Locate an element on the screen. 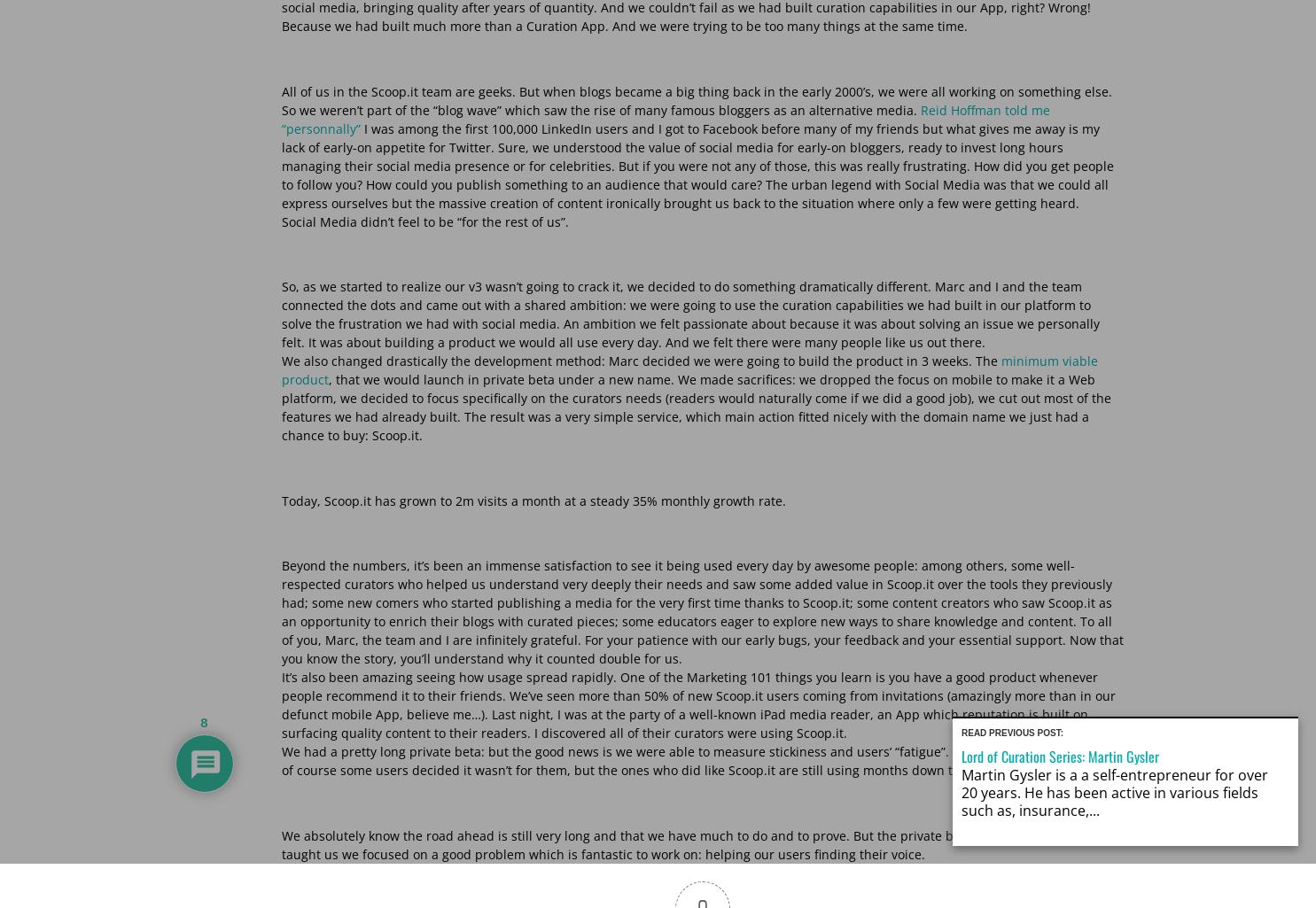 The width and height of the screenshot is (1316, 908). 'We also changed drastically the development method: Marc decided we were going to build the product in 3 weeks. The' is located at coordinates (640, 361).